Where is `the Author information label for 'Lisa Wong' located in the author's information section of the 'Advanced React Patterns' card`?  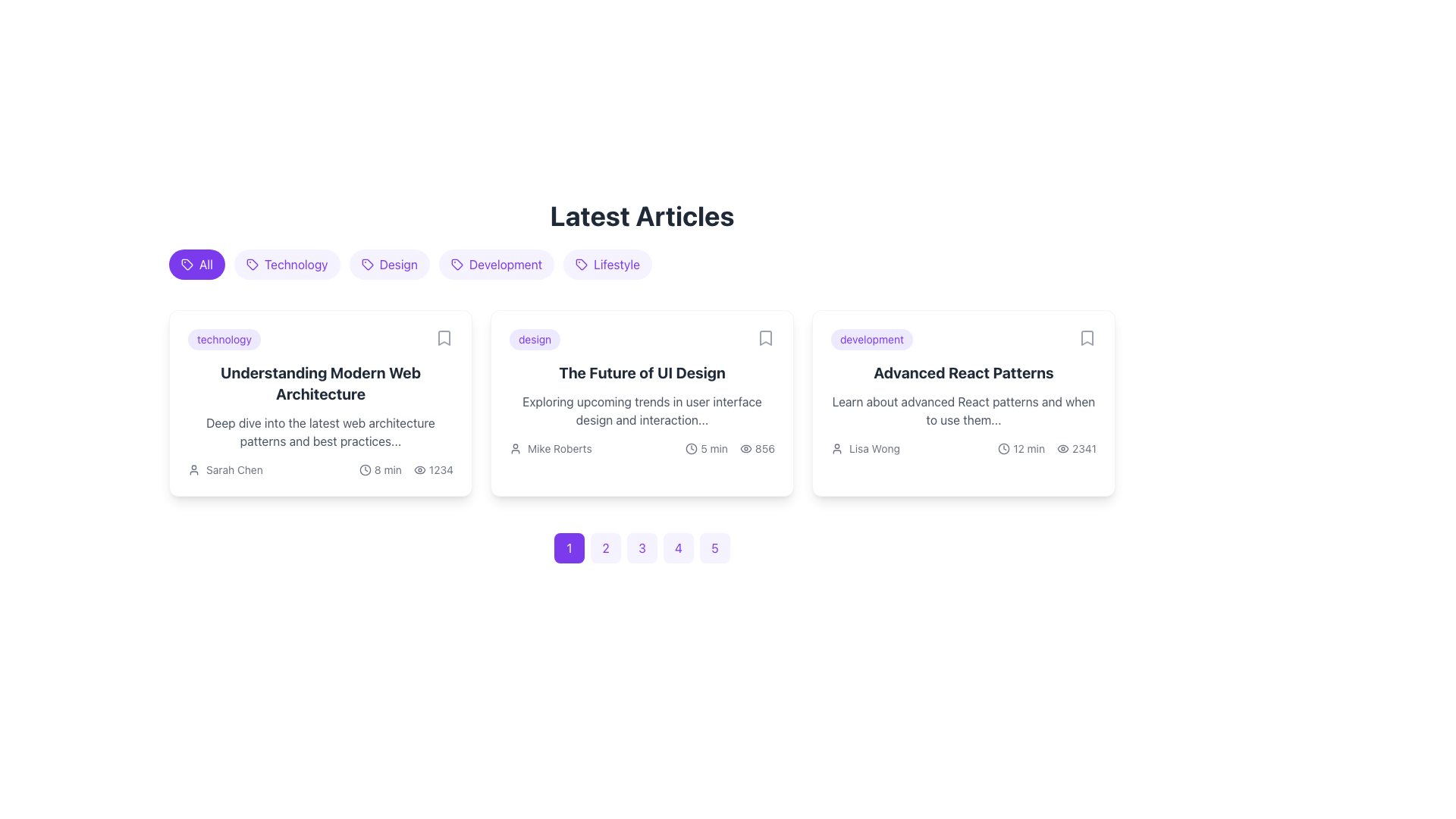 the Author information label for 'Lisa Wong' located in the author's information section of the 'Advanced React Patterns' card is located at coordinates (865, 447).